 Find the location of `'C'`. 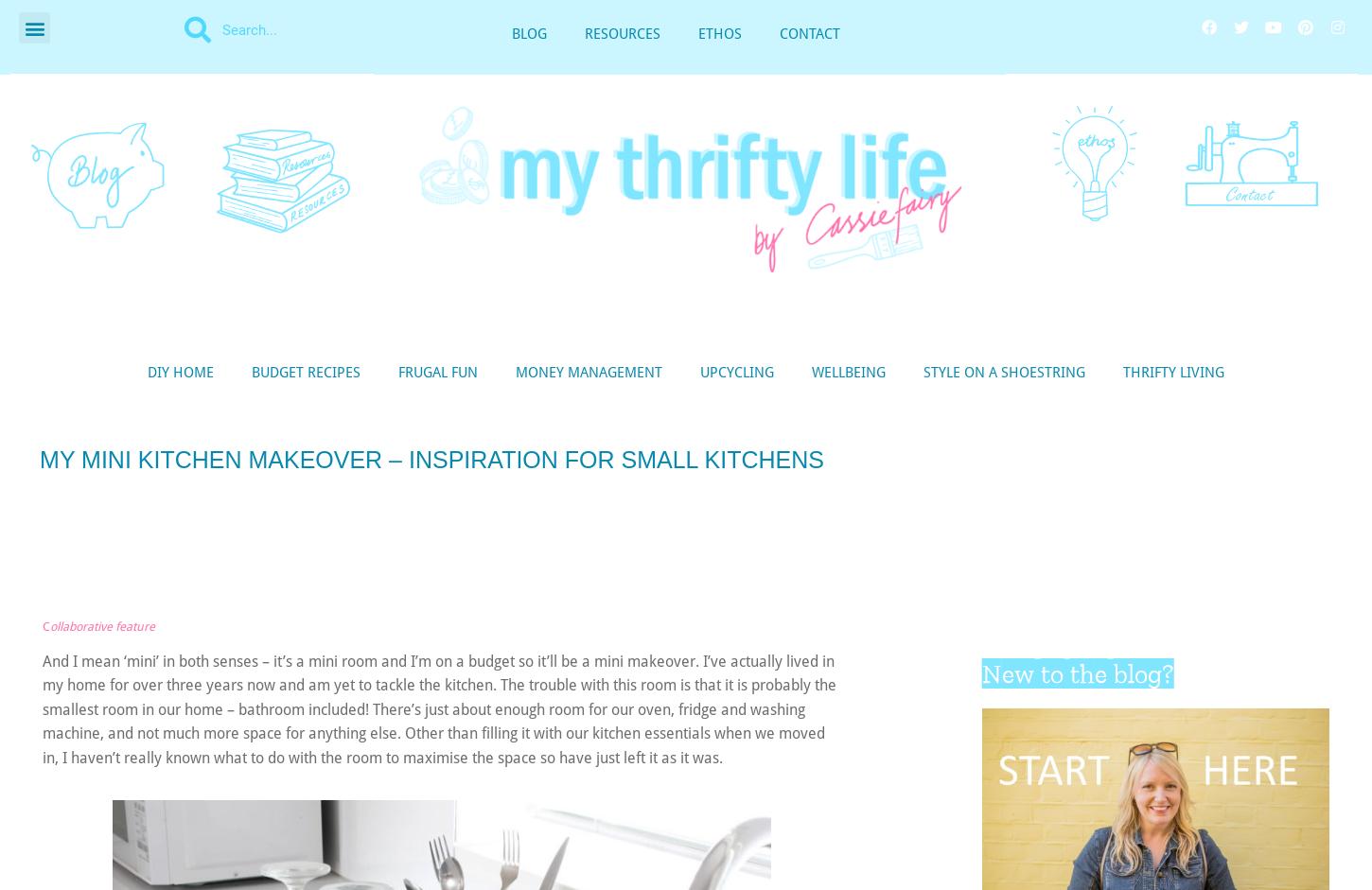

'C' is located at coordinates (42, 625).